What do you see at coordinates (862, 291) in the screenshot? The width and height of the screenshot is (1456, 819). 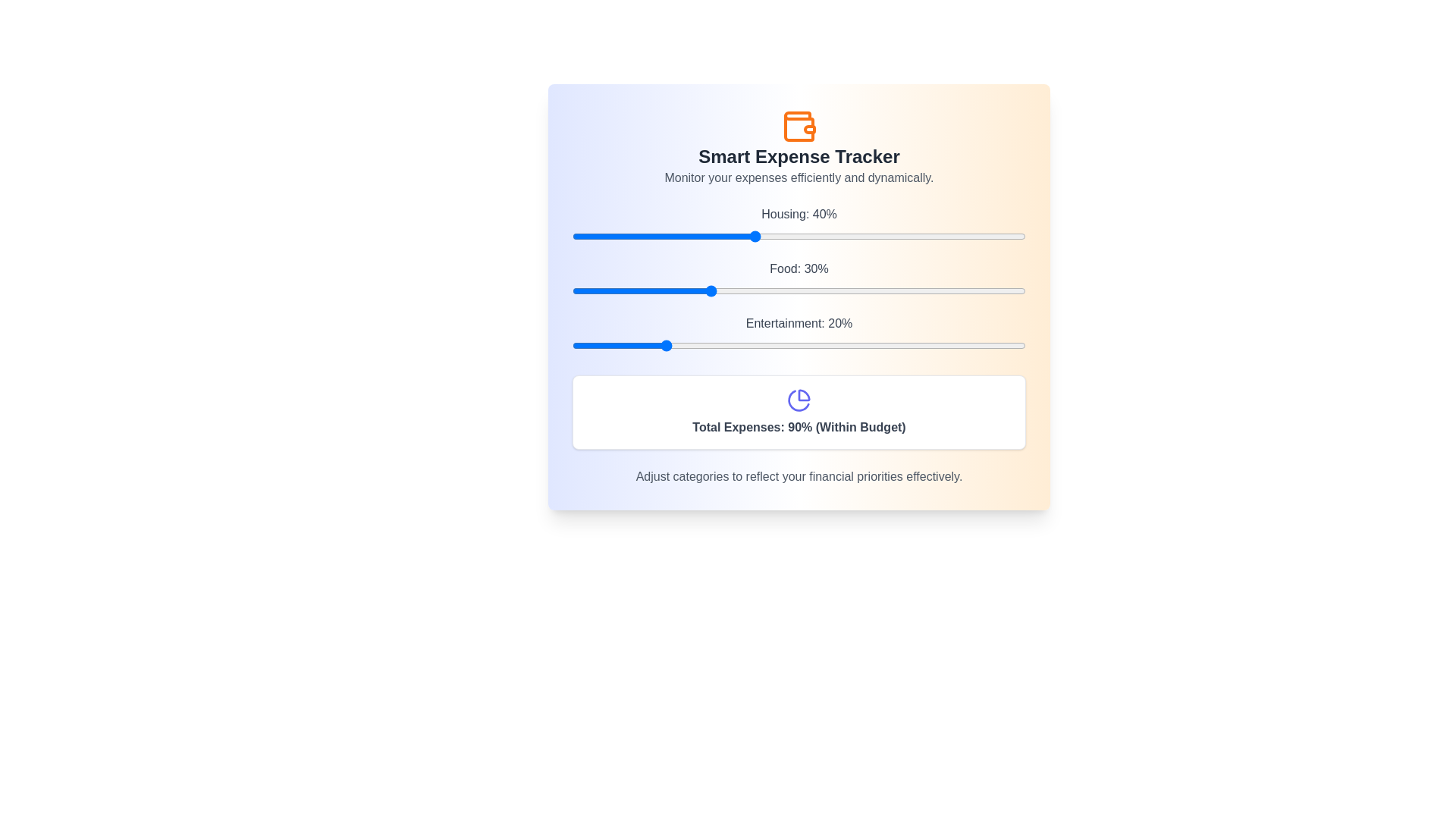 I see `the Food slider to set its value to 64%` at bounding box center [862, 291].